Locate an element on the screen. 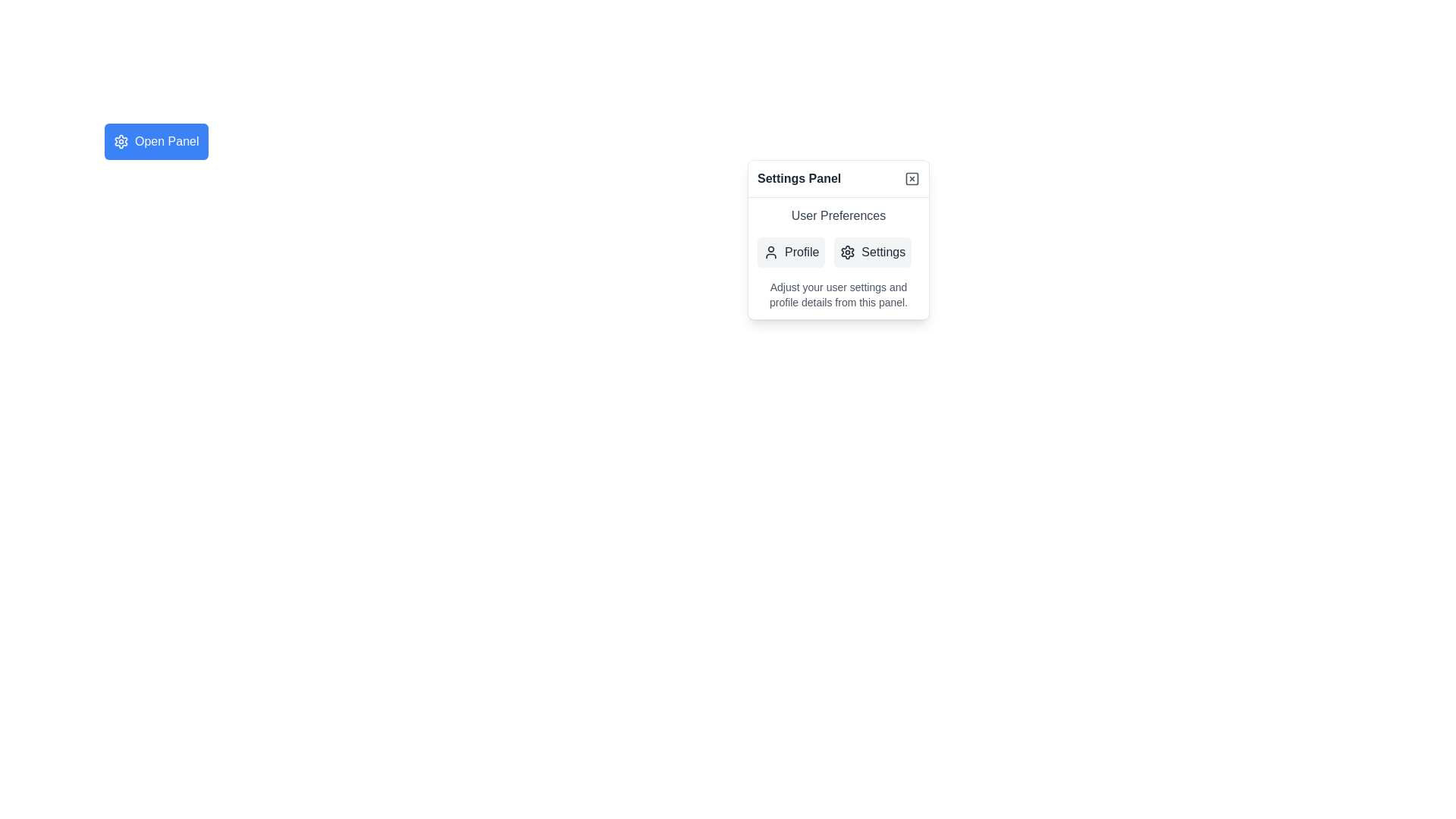 This screenshot has height=819, width=1456. the 'Settings' button featuring a cogwheel icon in the 'User Preferences' section of the 'Settings Panel' is located at coordinates (873, 251).